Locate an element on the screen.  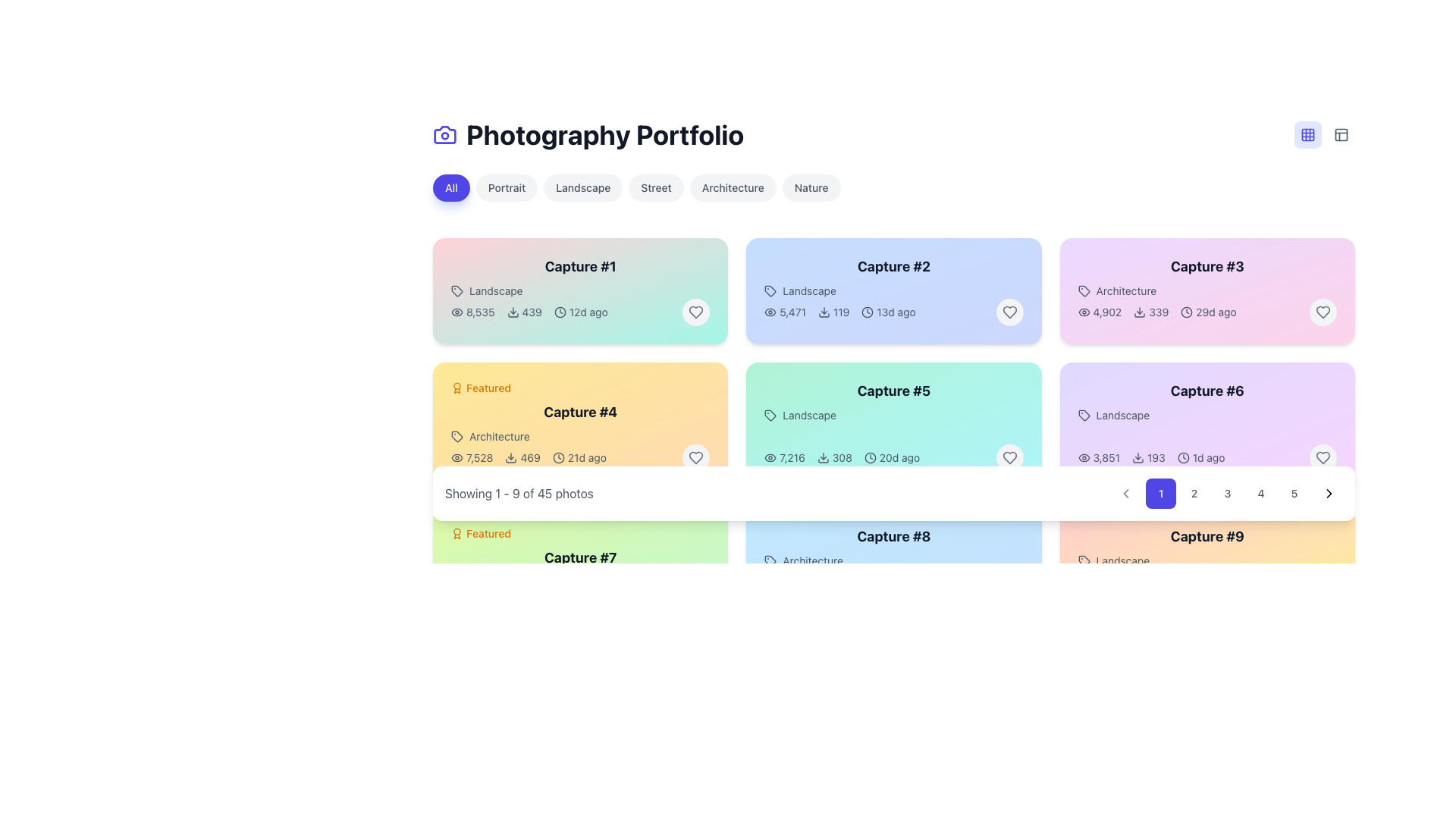
the download icon next to the '193' download count in the 'Capture #6' card is located at coordinates (1138, 457).